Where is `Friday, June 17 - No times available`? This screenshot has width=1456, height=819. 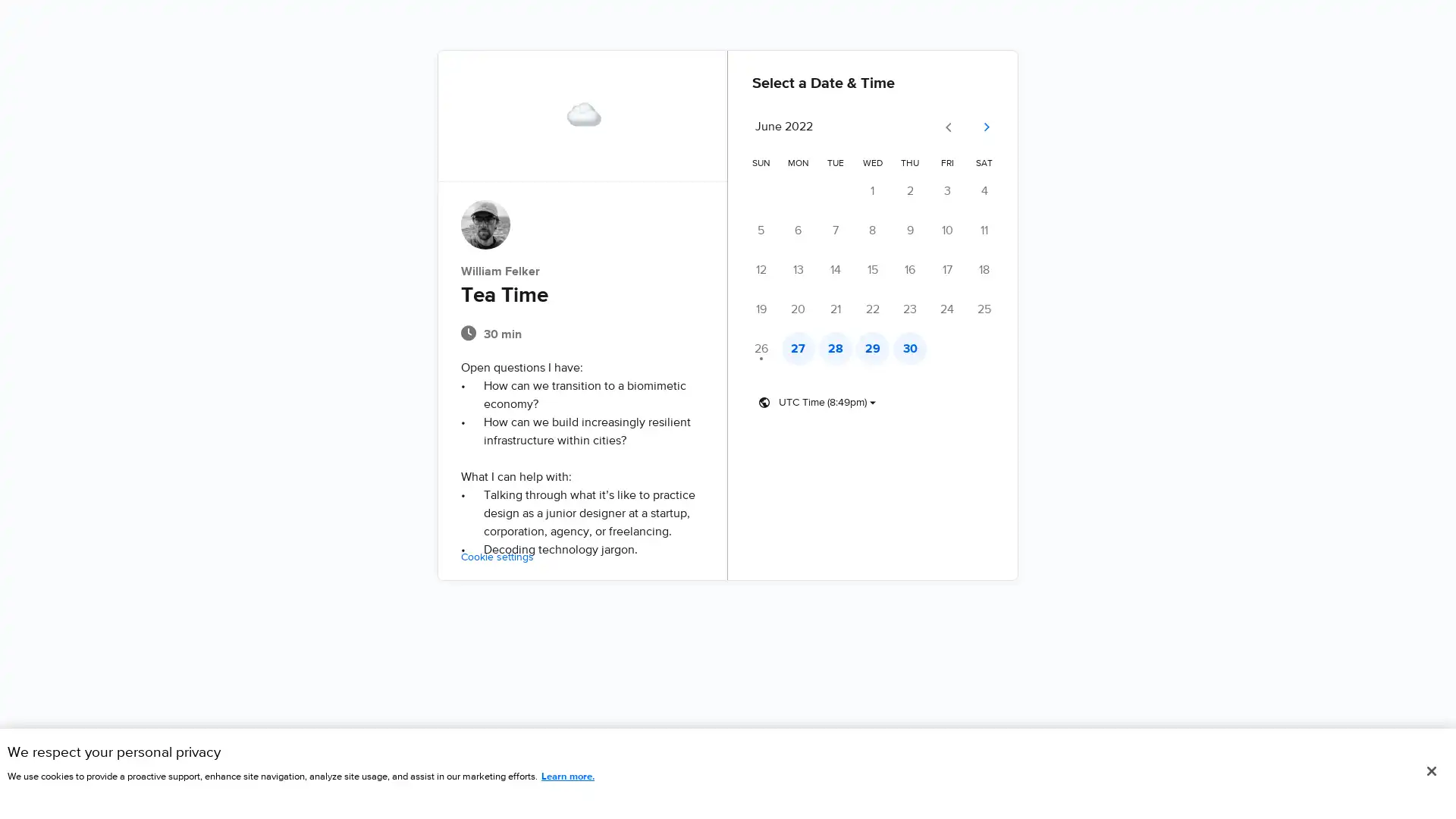
Friday, June 17 - No times available is located at coordinates (956, 268).